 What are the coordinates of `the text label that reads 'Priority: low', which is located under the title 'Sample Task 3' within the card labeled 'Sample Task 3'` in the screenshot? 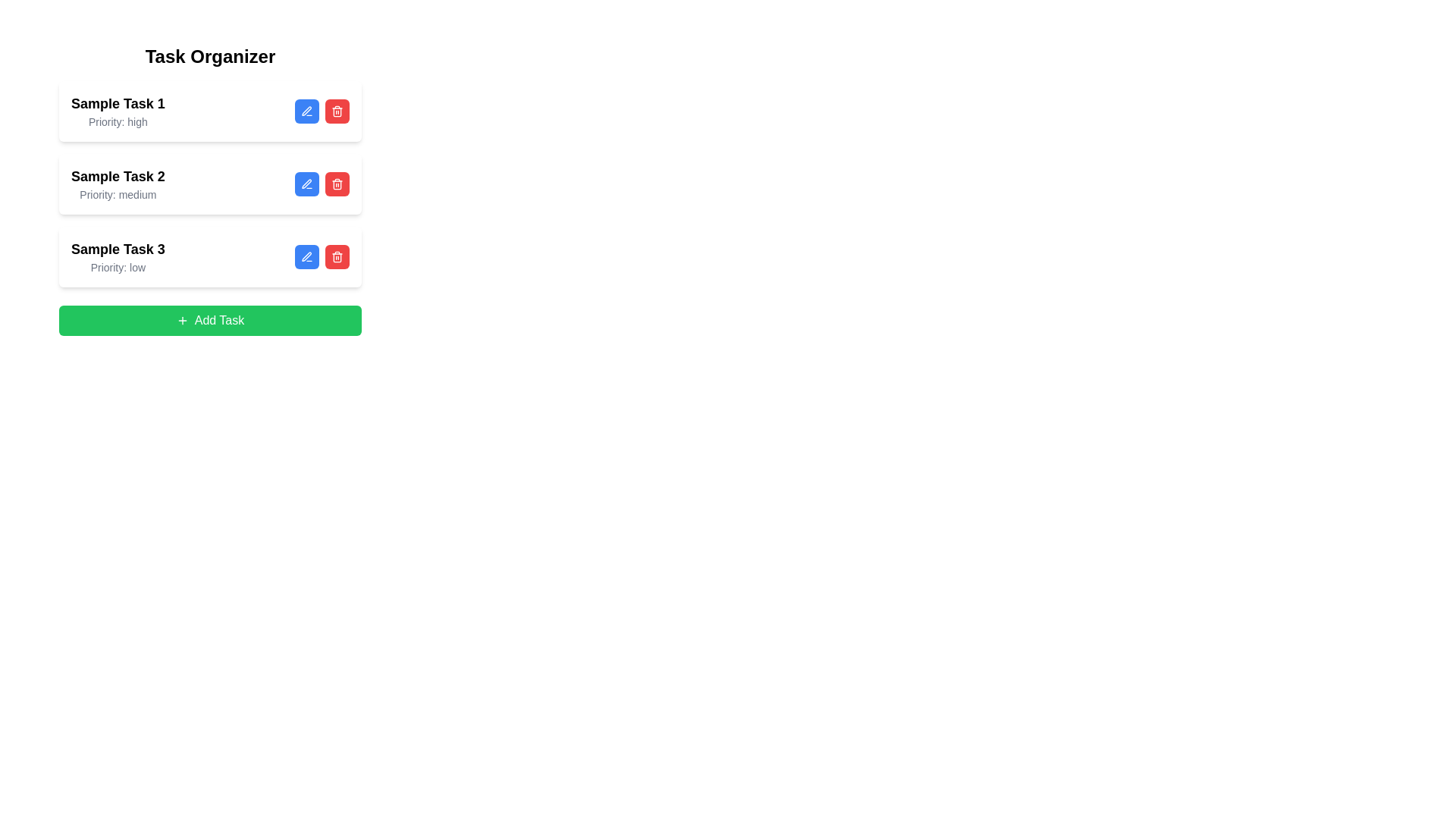 It's located at (117, 267).